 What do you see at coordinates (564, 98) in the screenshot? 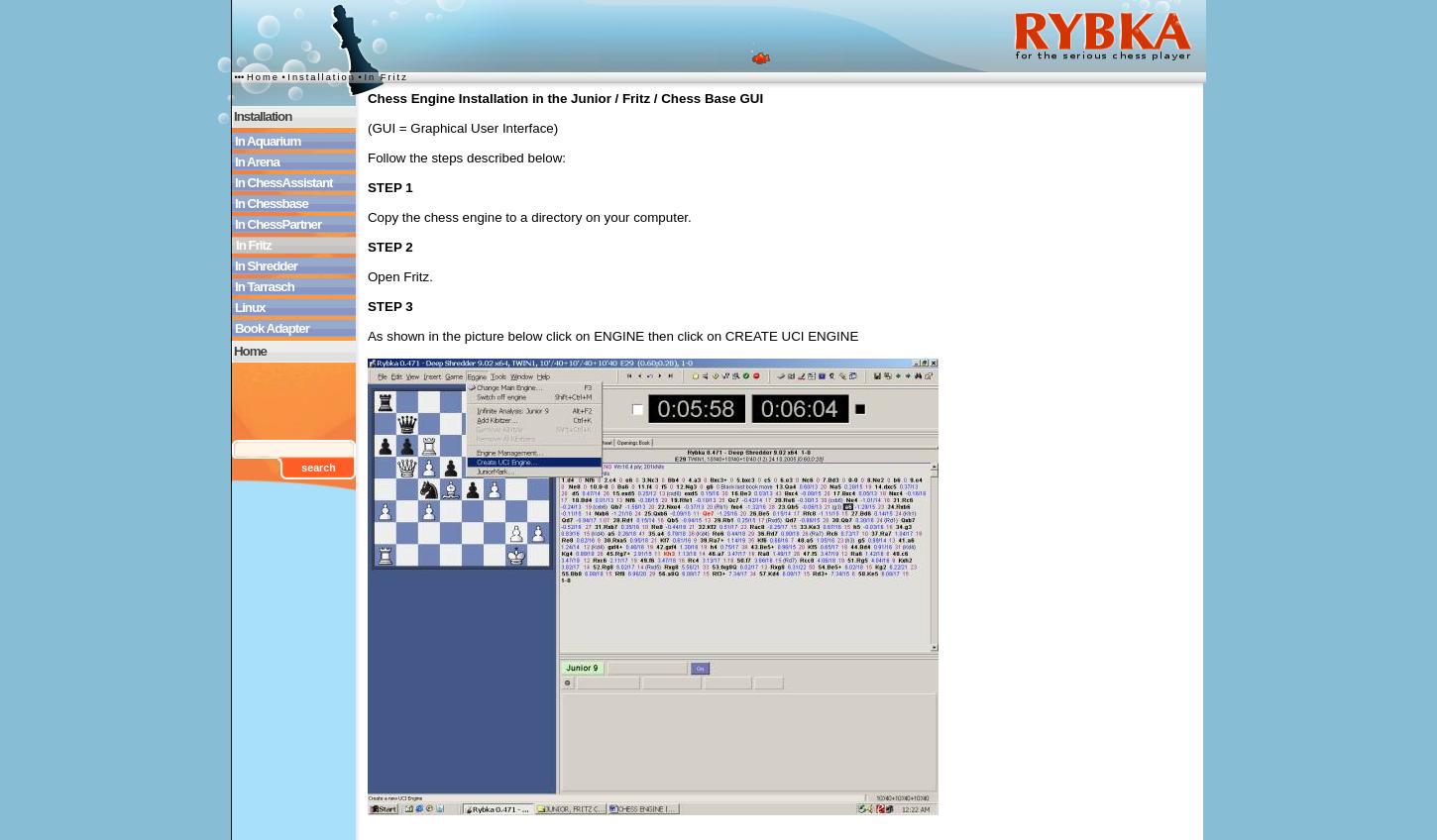
I see `'Chess Engine Installation in the Junior / Fritz / Chess Base GUI'` at bounding box center [564, 98].